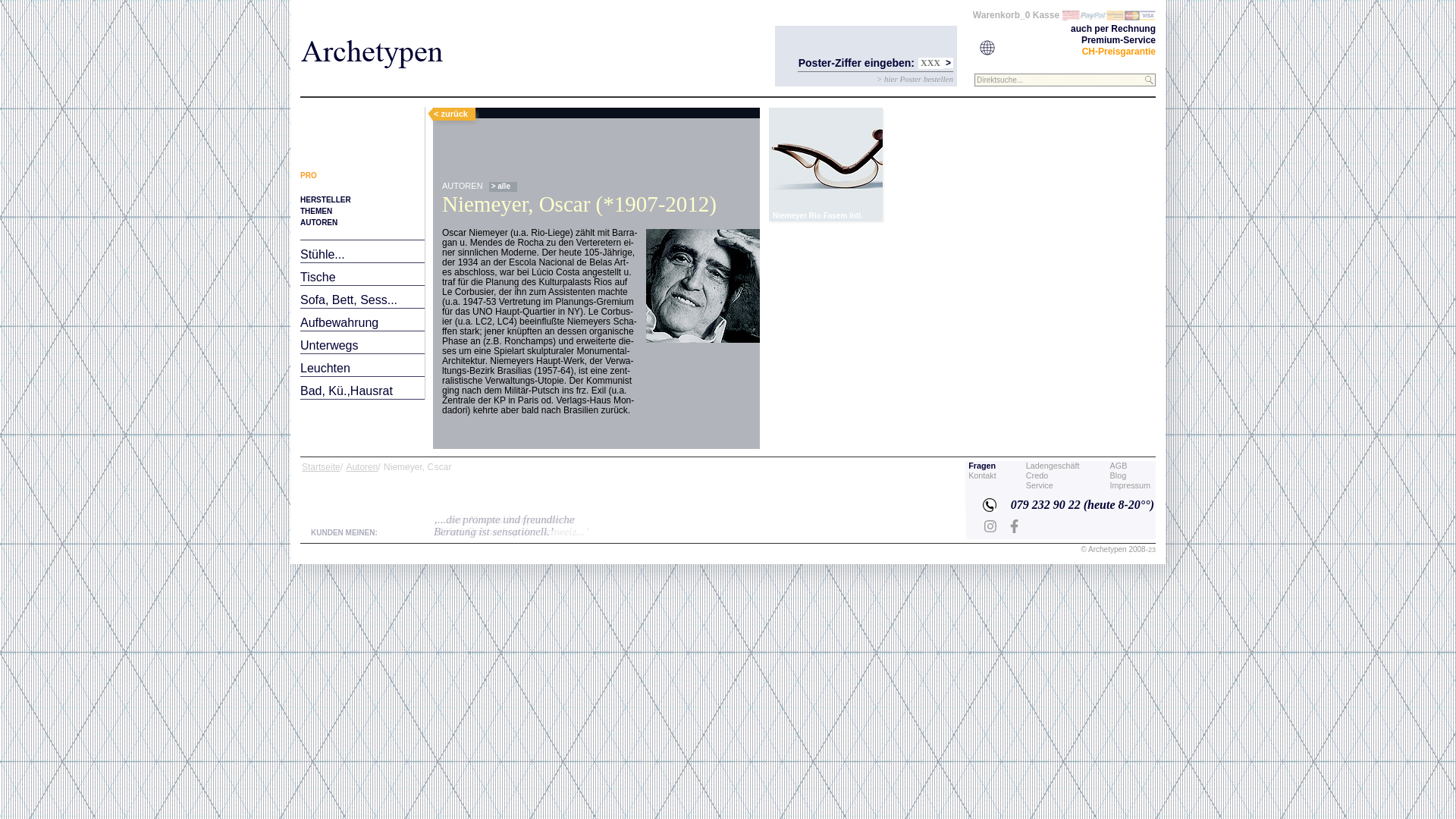 The height and width of the screenshot is (819, 1456). What do you see at coordinates (1113, 29) in the screenshot?
I see `'auch per Rechnung'` at bounding box center [1113, 29].